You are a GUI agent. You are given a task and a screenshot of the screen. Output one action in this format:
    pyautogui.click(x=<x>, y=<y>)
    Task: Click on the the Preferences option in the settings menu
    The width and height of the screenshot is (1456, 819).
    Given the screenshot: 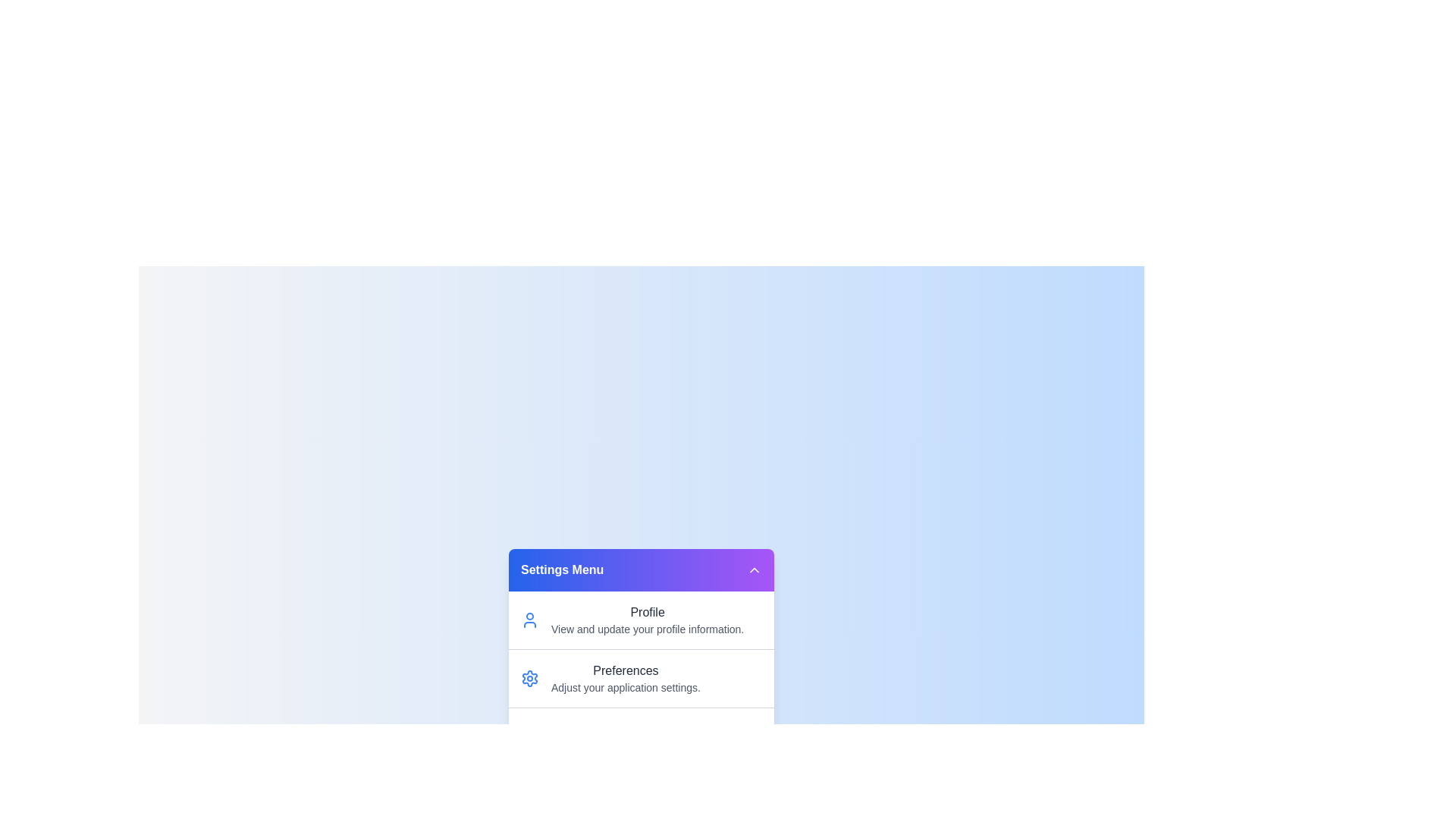 What is the action you would take?
    pyautogui.click(x=641, y=677)
    